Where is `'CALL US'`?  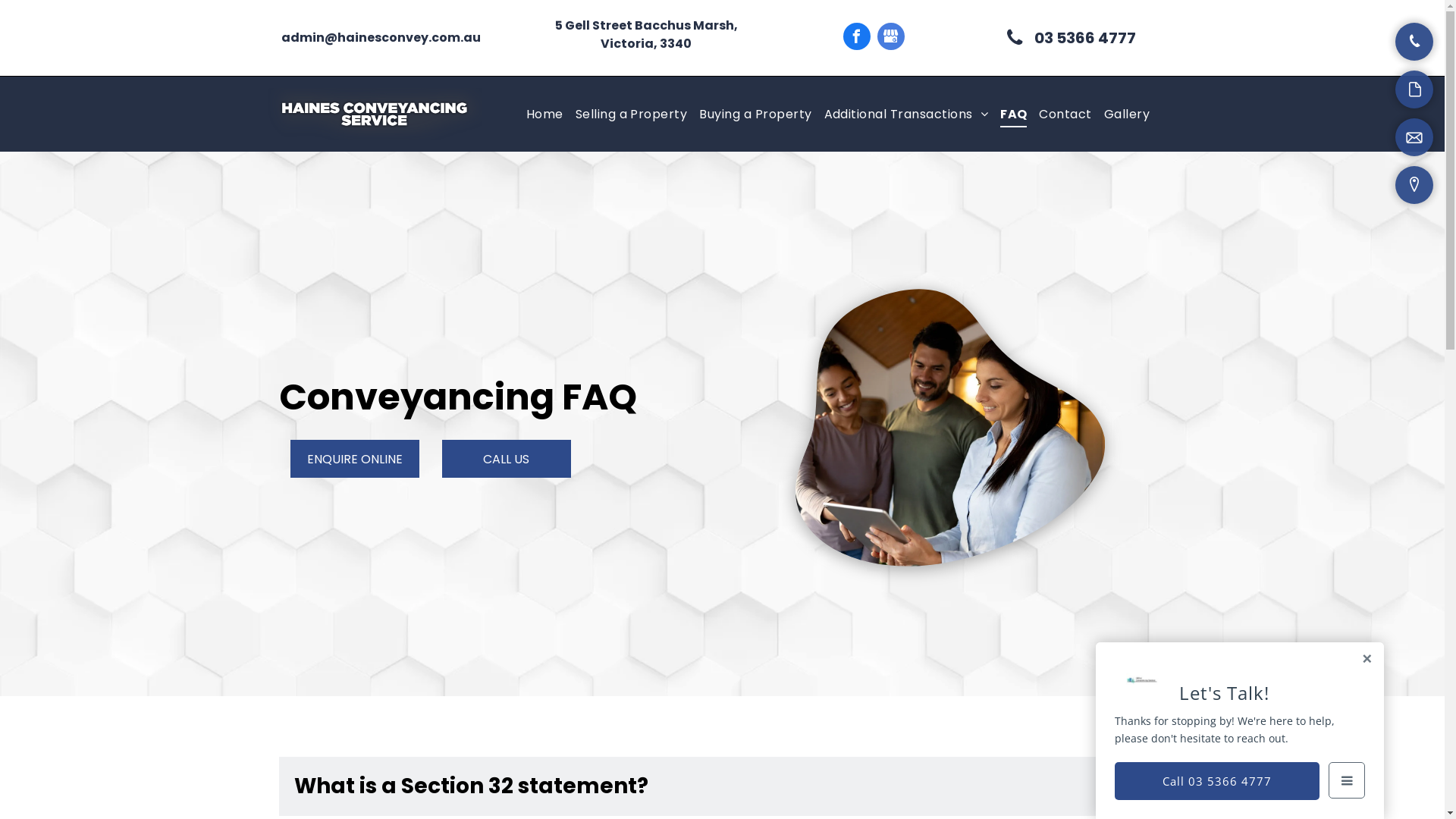
'CALL US' is located at coordinates (506, 458).